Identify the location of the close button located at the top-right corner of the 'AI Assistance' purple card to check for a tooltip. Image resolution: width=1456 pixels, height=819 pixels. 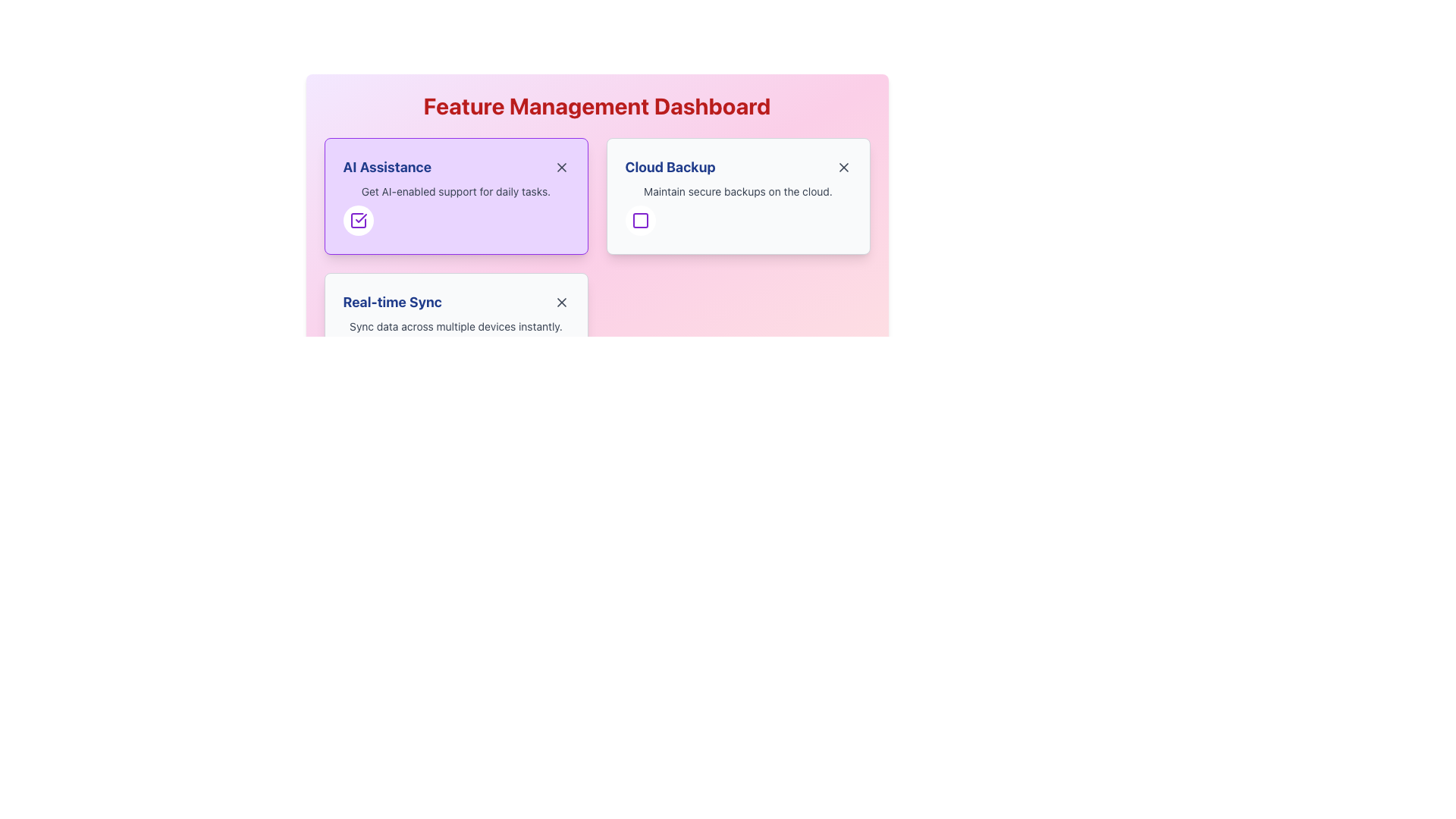
(560, 167).